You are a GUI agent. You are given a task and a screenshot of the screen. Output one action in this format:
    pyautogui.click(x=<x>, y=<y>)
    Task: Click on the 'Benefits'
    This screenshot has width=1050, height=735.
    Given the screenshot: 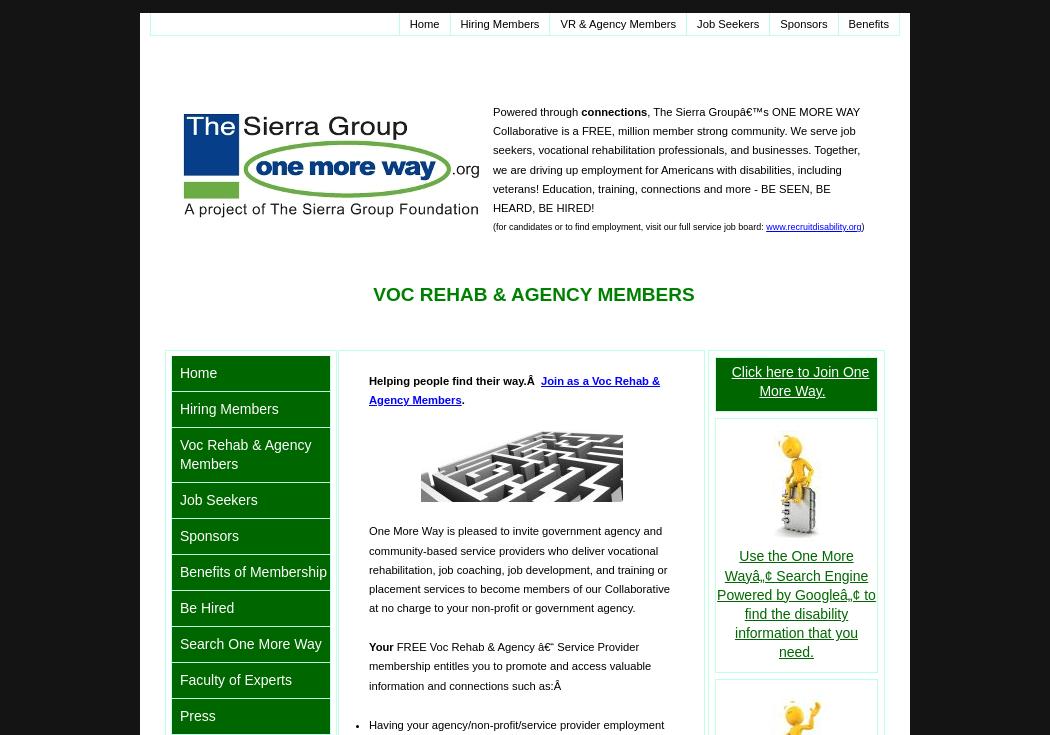 What is the action you would take?
    pyautogui.click(x=867, y=23)
    